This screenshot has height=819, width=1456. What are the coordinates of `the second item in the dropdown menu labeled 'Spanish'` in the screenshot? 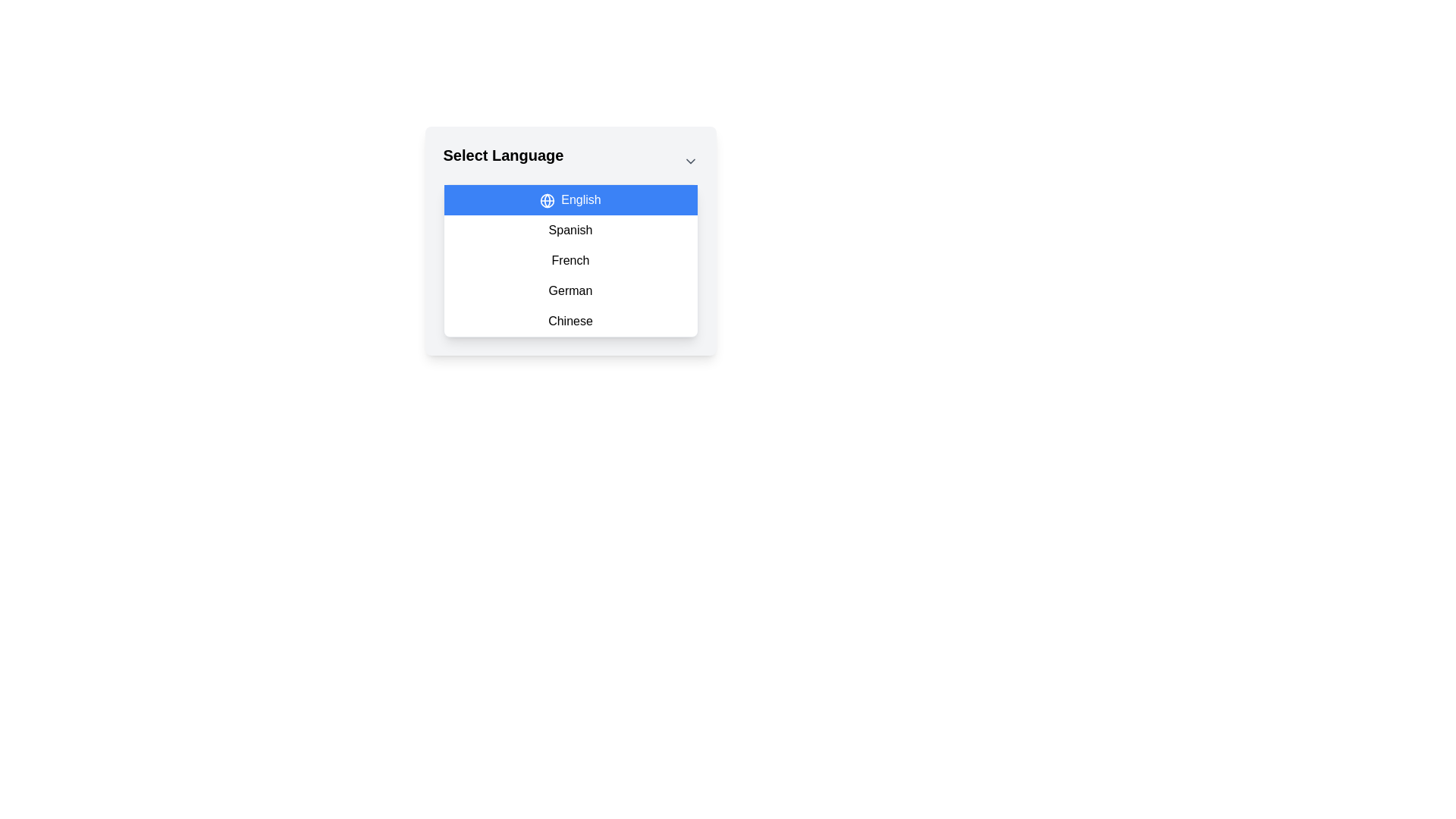 It's located at (570, 231).